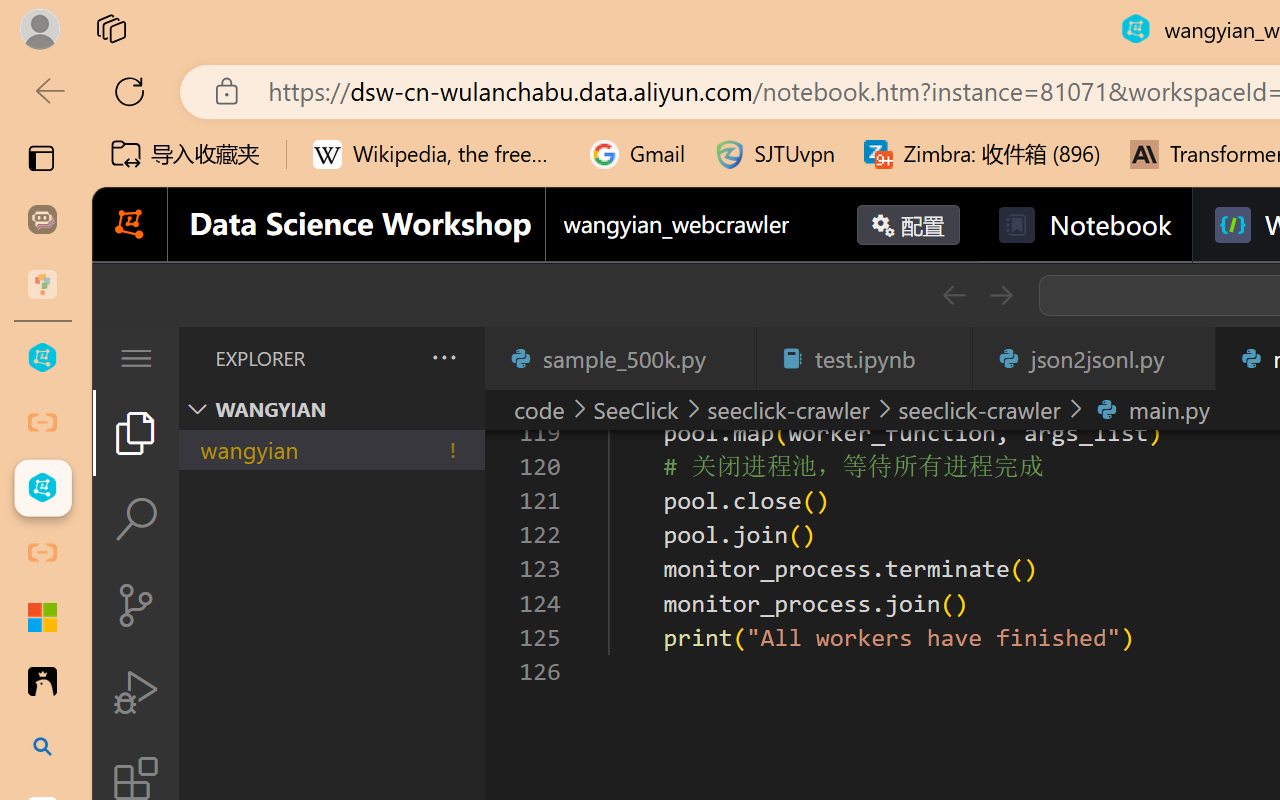  I want to click on 'Views and More Actions...', so click(441, 357).